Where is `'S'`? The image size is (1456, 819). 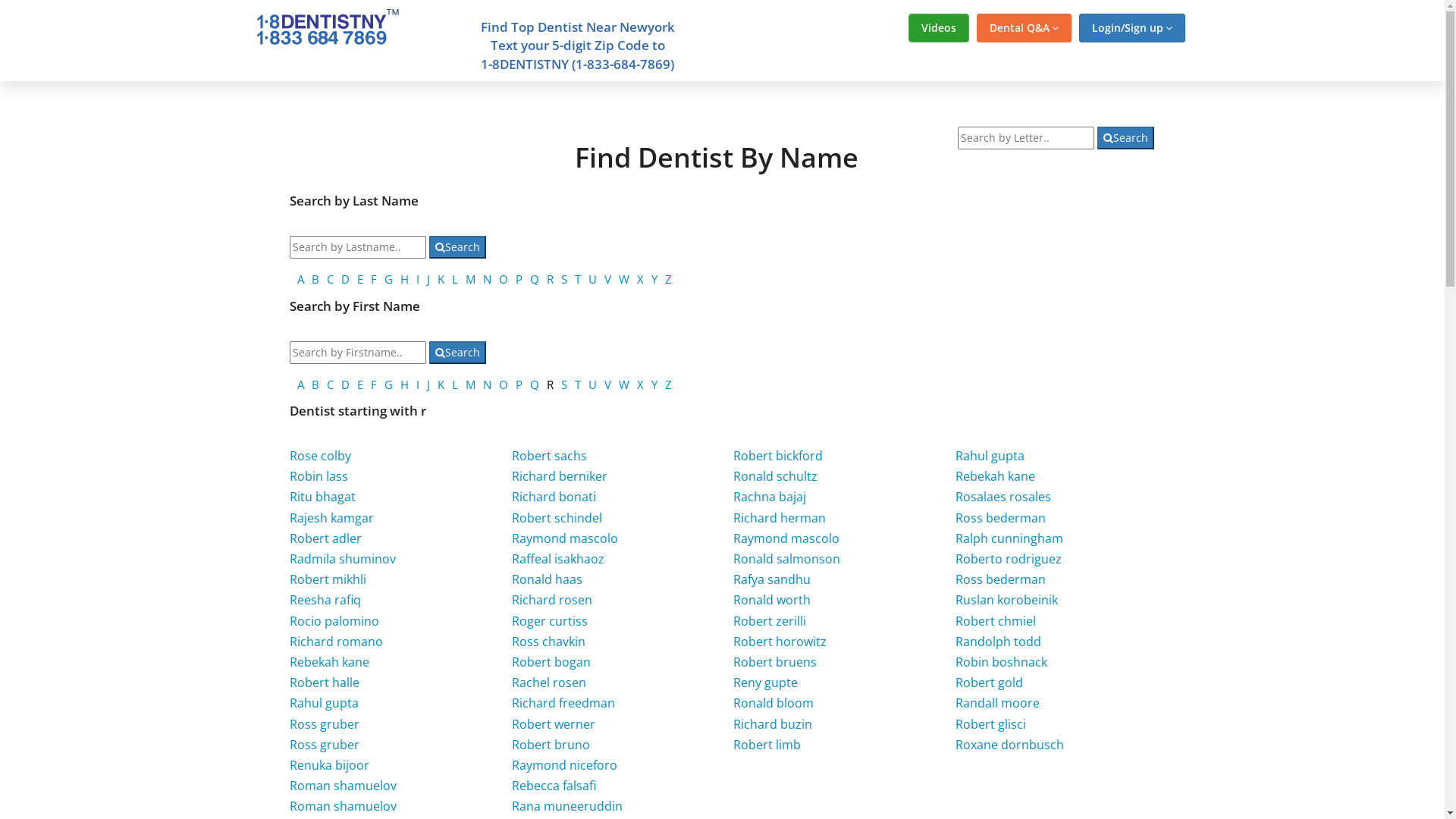
'S' is located at coordinates (563, 383).